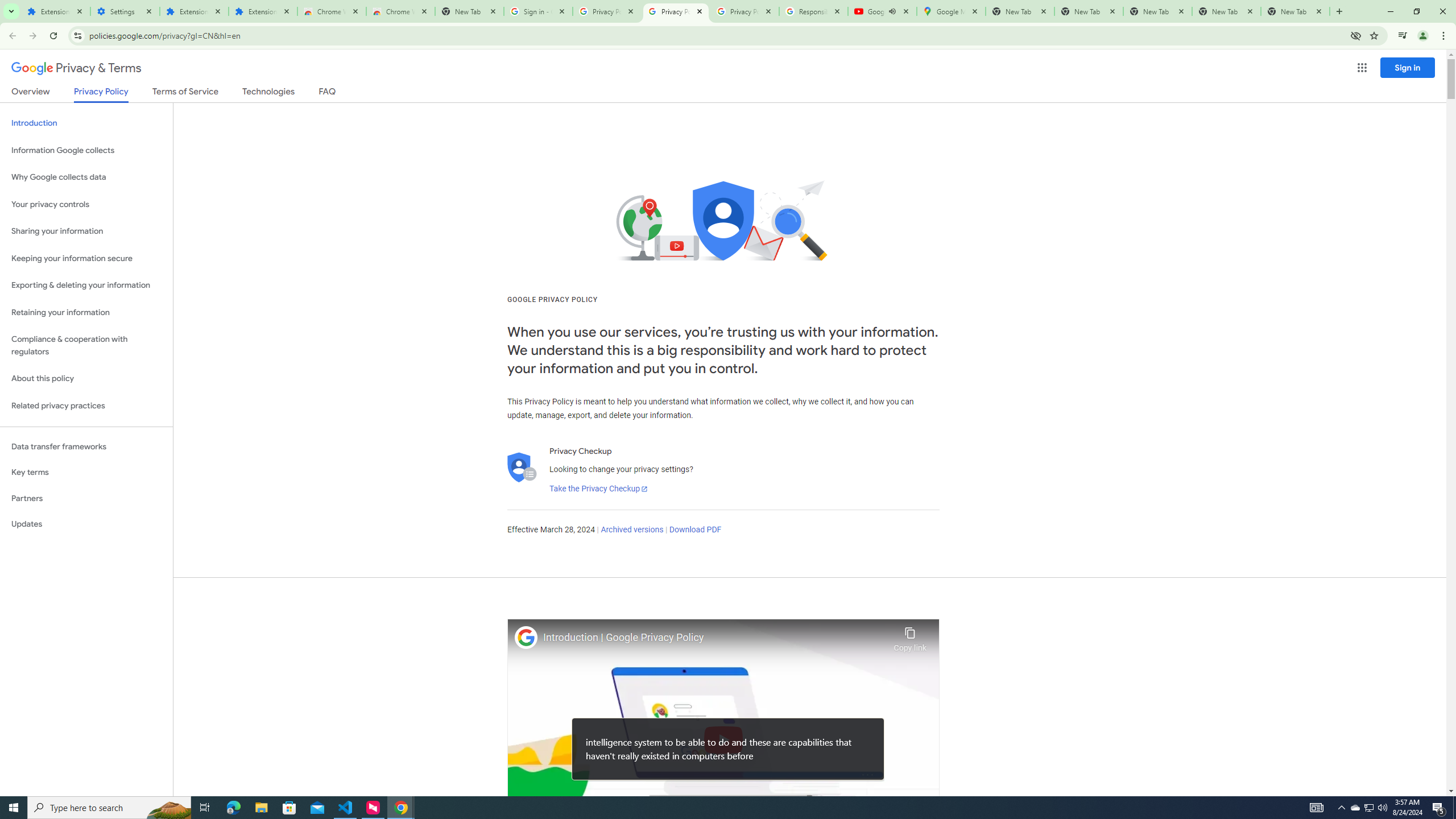  I want to click on 'Introduction | Google Privacy Policy', so click(715, 638).